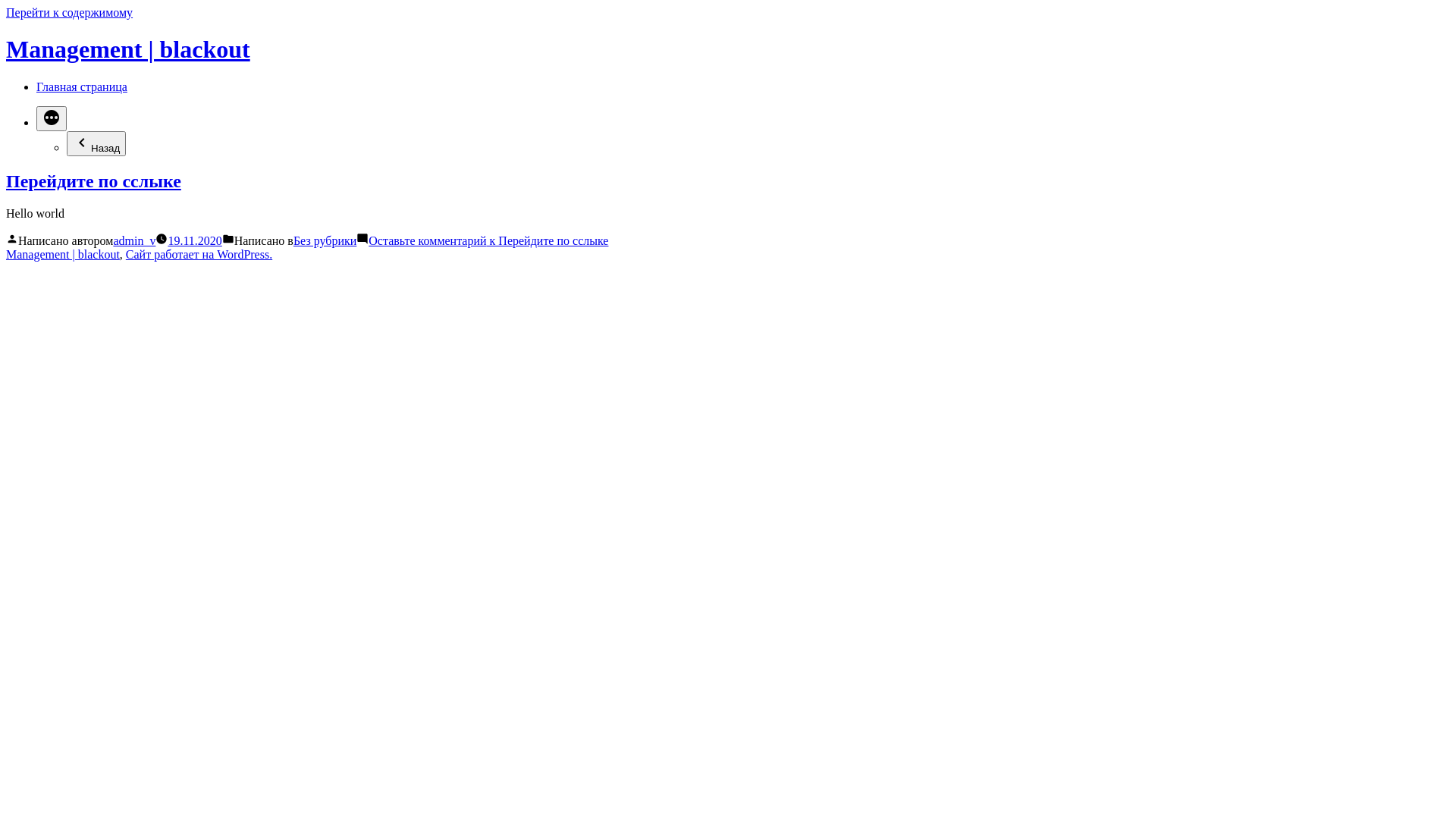 The height and width of the screenshot is (819, 1456). Describe the element at coordinates (134, 240) in the screenshot. I see `'admin_v'` at that location.